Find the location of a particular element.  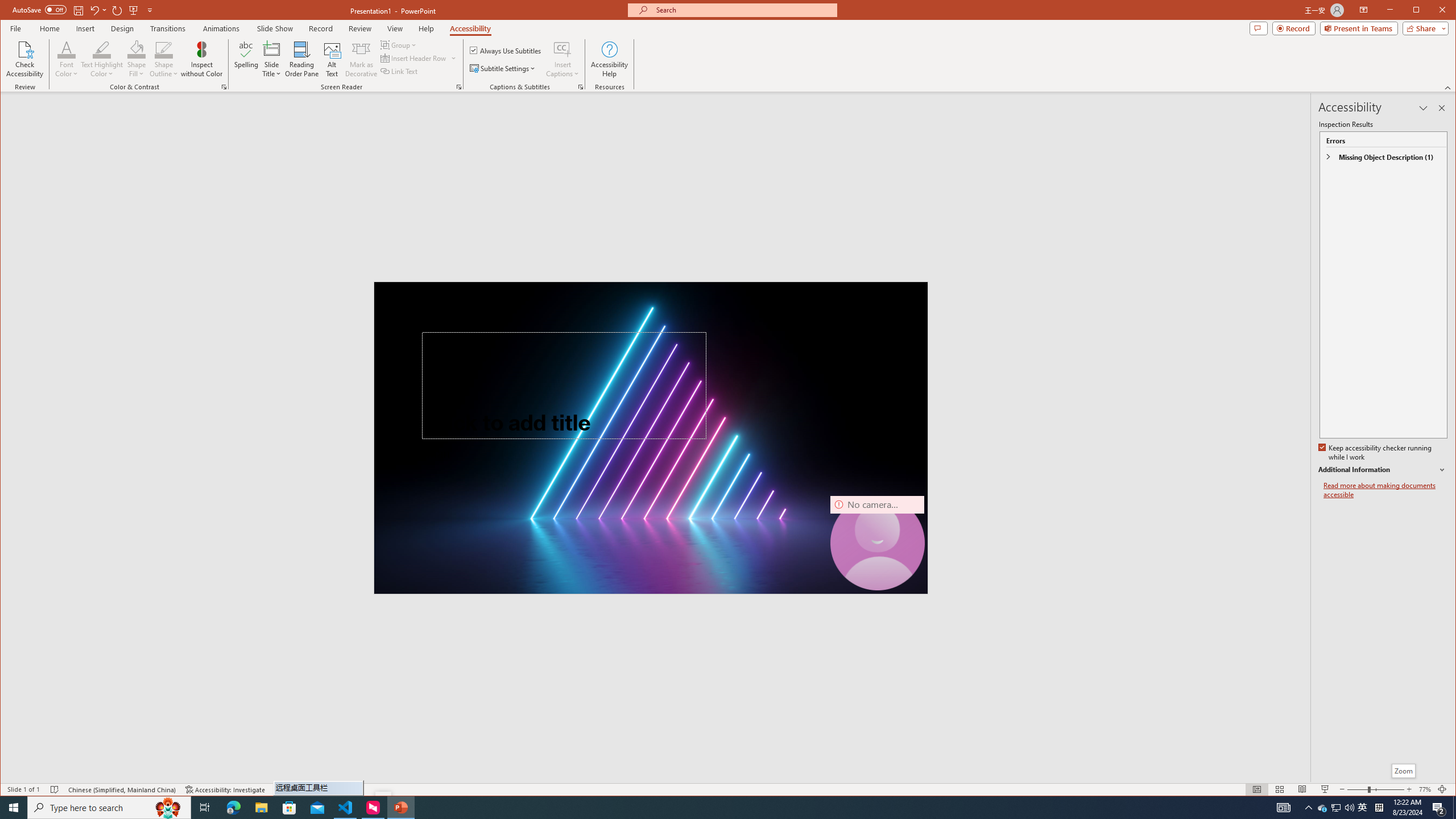

'Neon laser lights aligned to form a triangle' is located at coordinates (651, 437).